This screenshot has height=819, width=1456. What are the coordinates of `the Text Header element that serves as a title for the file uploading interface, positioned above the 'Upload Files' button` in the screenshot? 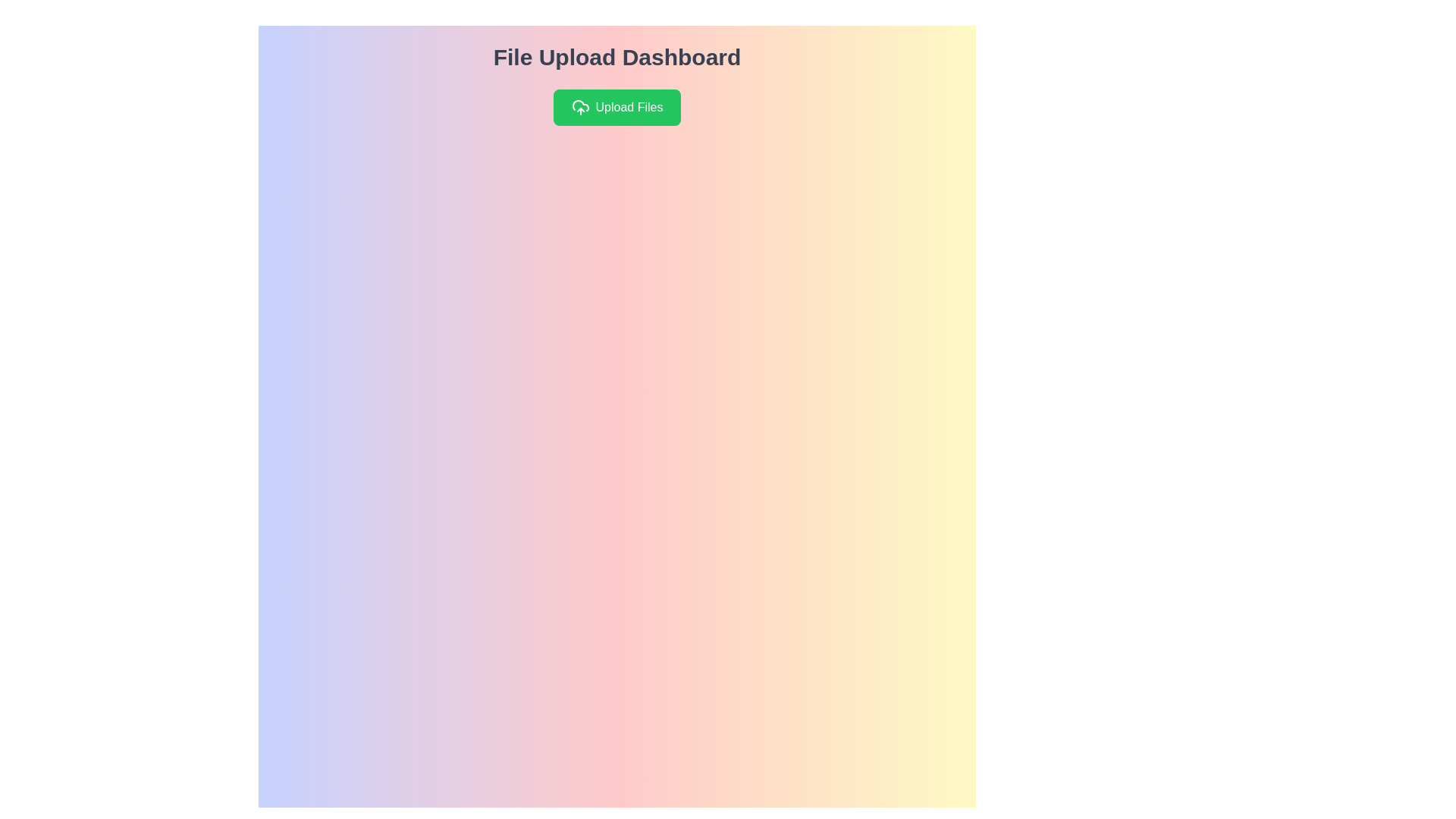 It's located at (617, 57).